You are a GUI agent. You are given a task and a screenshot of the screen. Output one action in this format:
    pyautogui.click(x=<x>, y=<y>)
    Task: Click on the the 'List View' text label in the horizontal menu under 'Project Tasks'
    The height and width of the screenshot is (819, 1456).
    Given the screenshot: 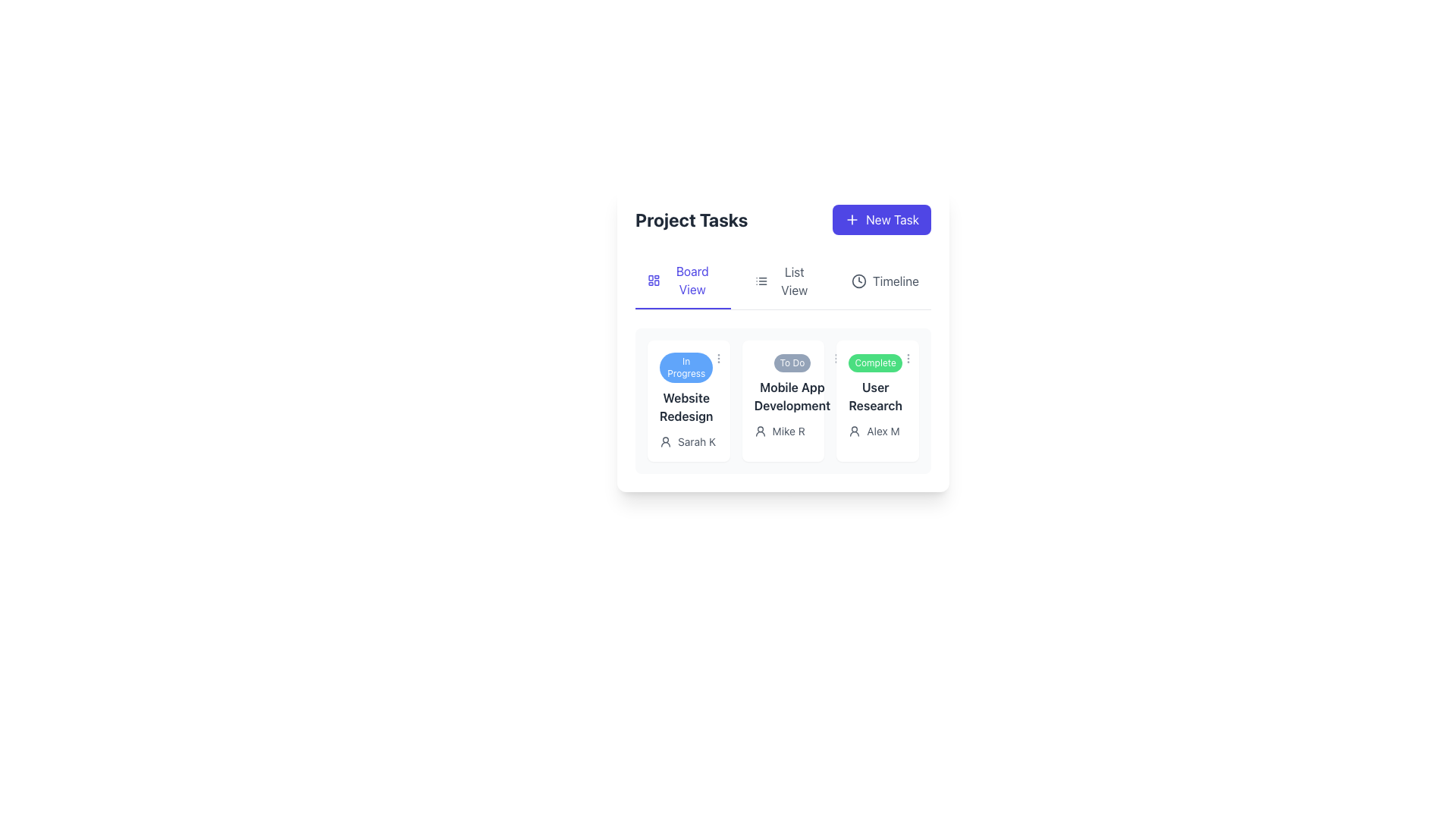 What is the action you would take?
    pyautogui.click(x=793, y=281)
    